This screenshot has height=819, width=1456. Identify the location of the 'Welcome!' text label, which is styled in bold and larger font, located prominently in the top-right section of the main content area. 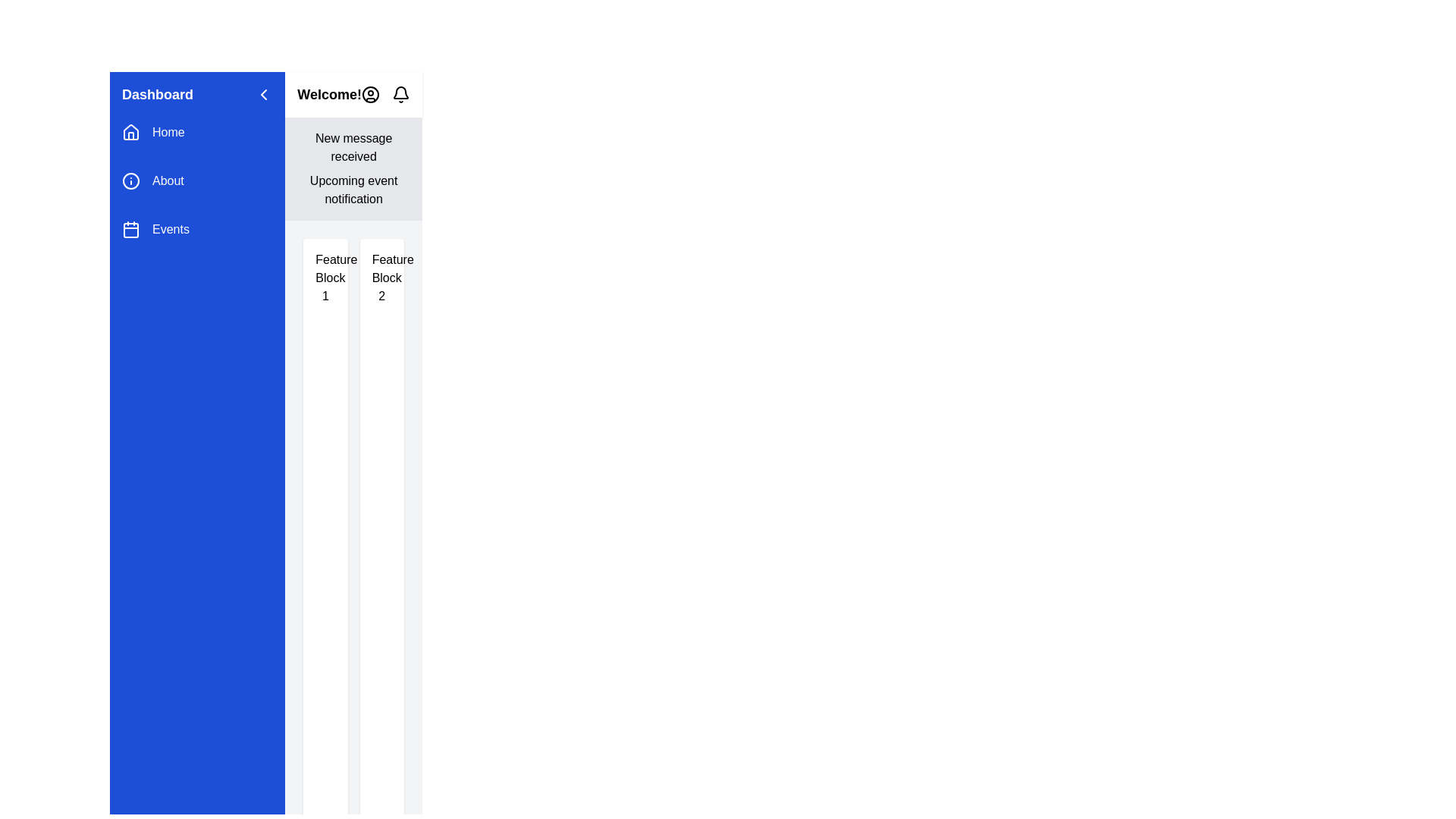
(328, 94).